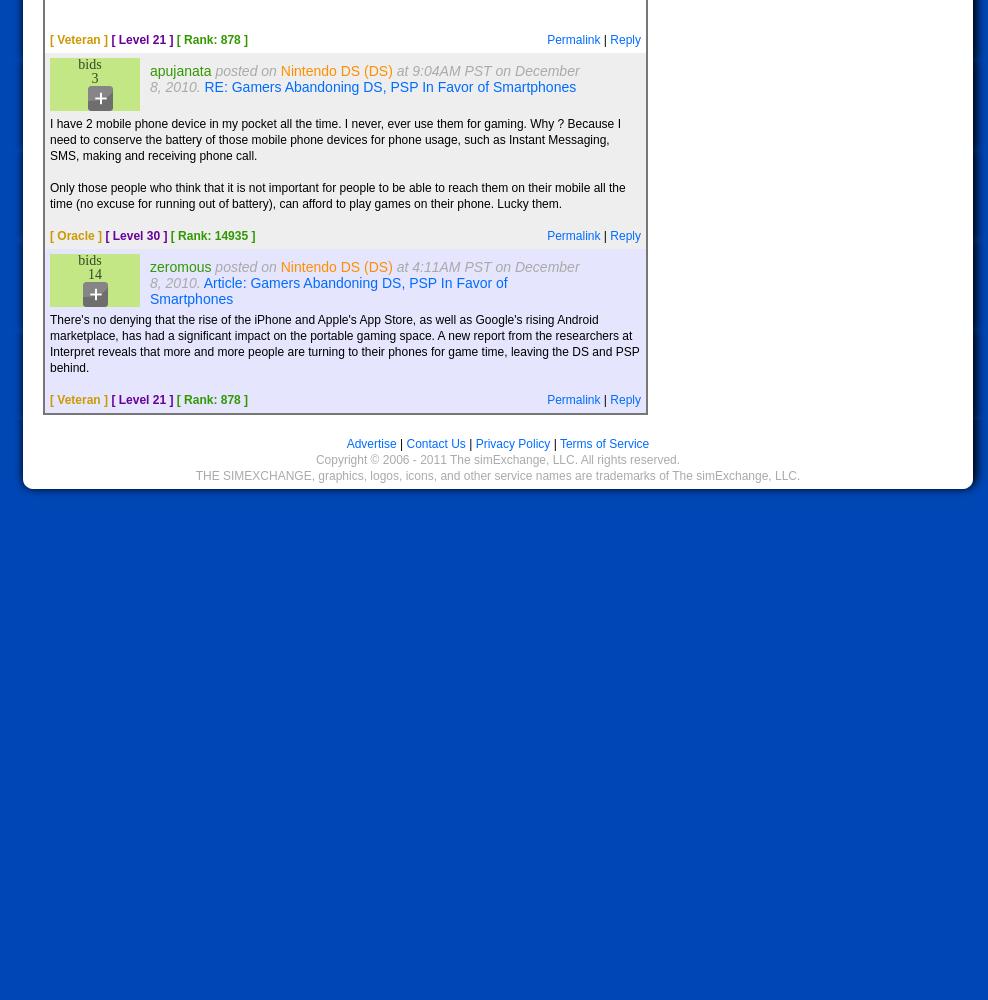 The width and height of the screenshot is (988, 1000). I want to click on 'at 9:04AM PST on December 8, 2010.', so click(364, 78).